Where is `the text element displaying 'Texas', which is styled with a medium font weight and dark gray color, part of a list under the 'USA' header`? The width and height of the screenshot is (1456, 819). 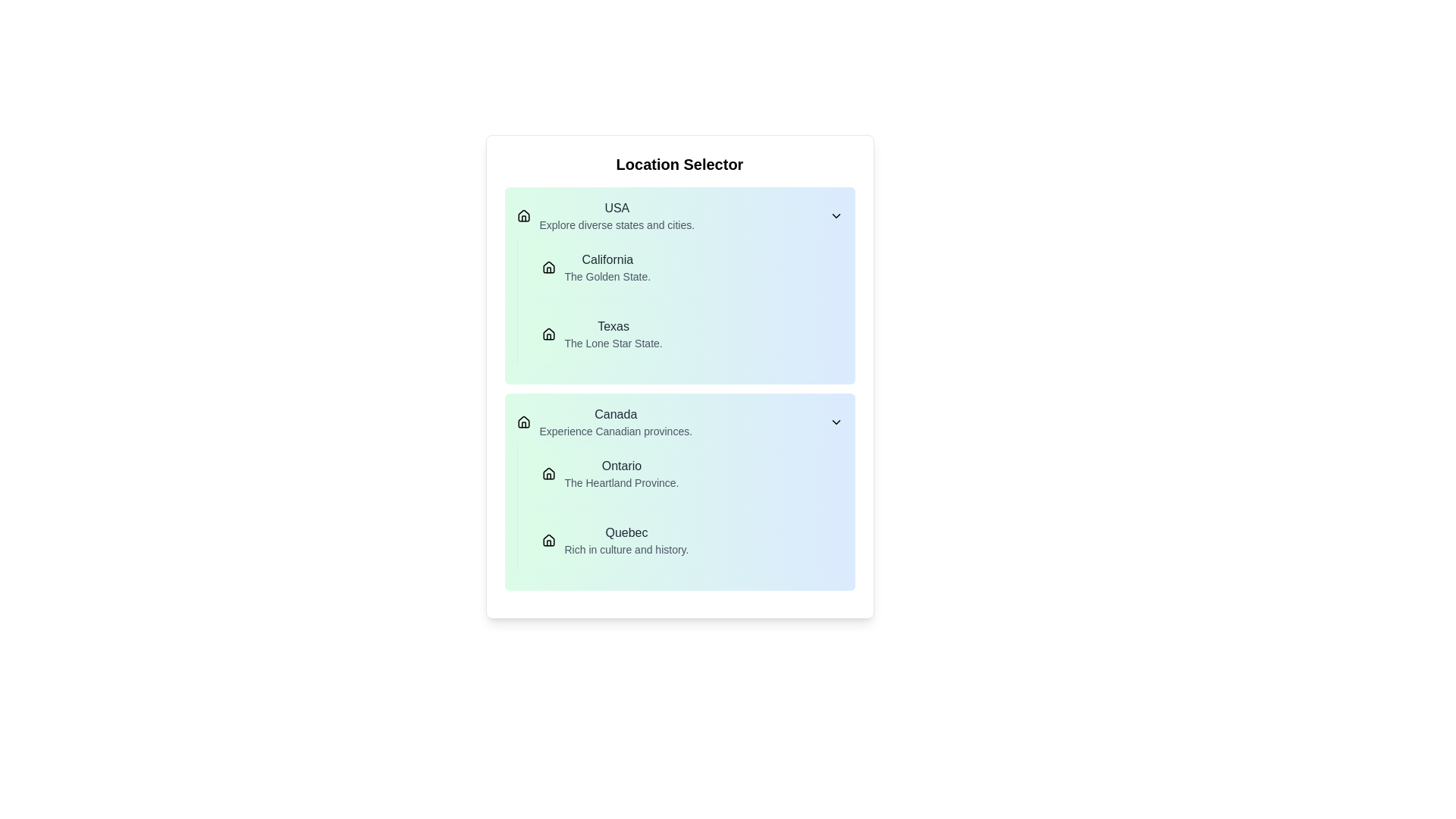 the text element displaying 'Texas', which is styled with a medium font weight and dark gray color, part of a list under the 'USA' header is located at coordinates (613, 326).